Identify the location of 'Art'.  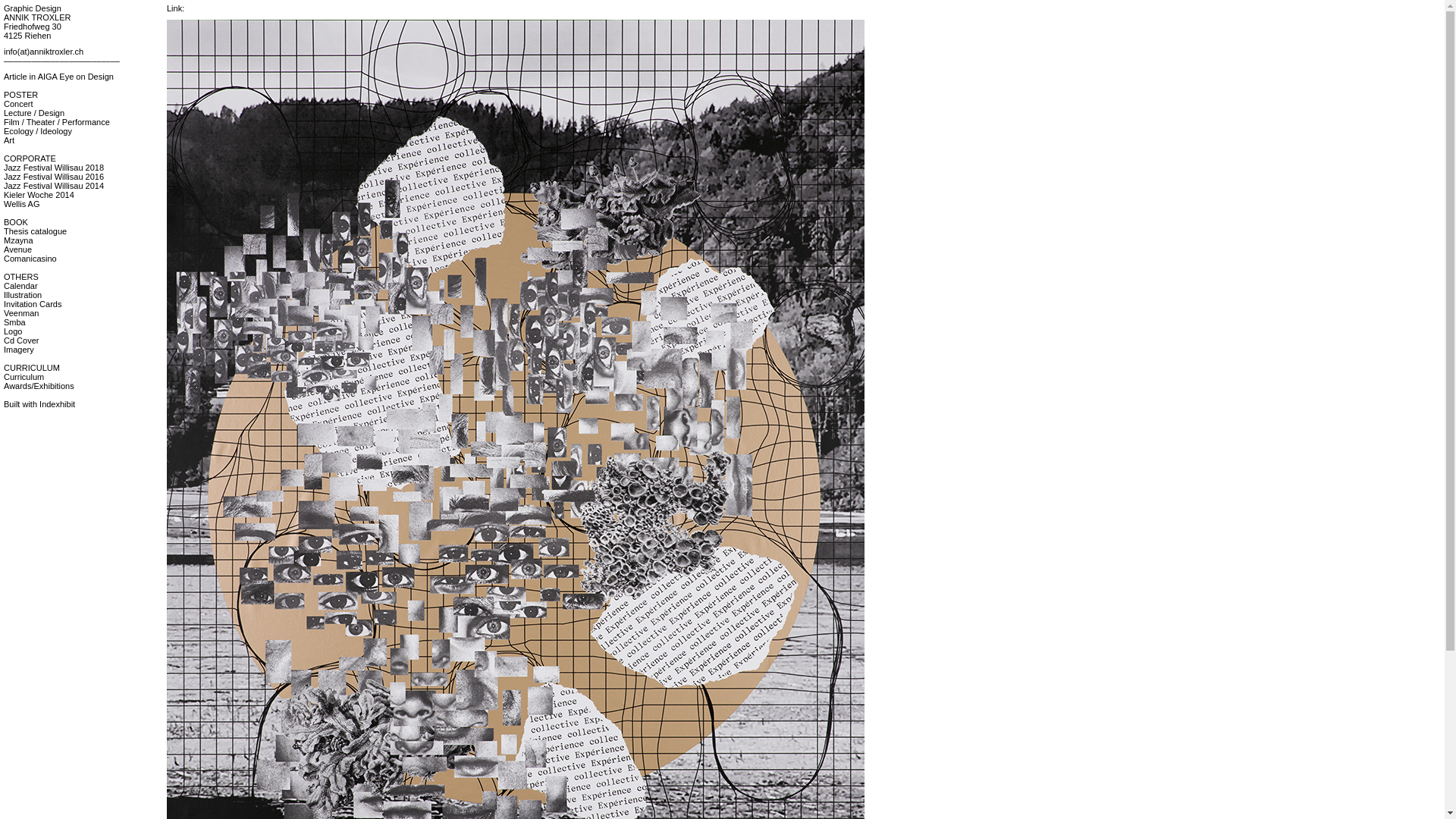
(8, 140).